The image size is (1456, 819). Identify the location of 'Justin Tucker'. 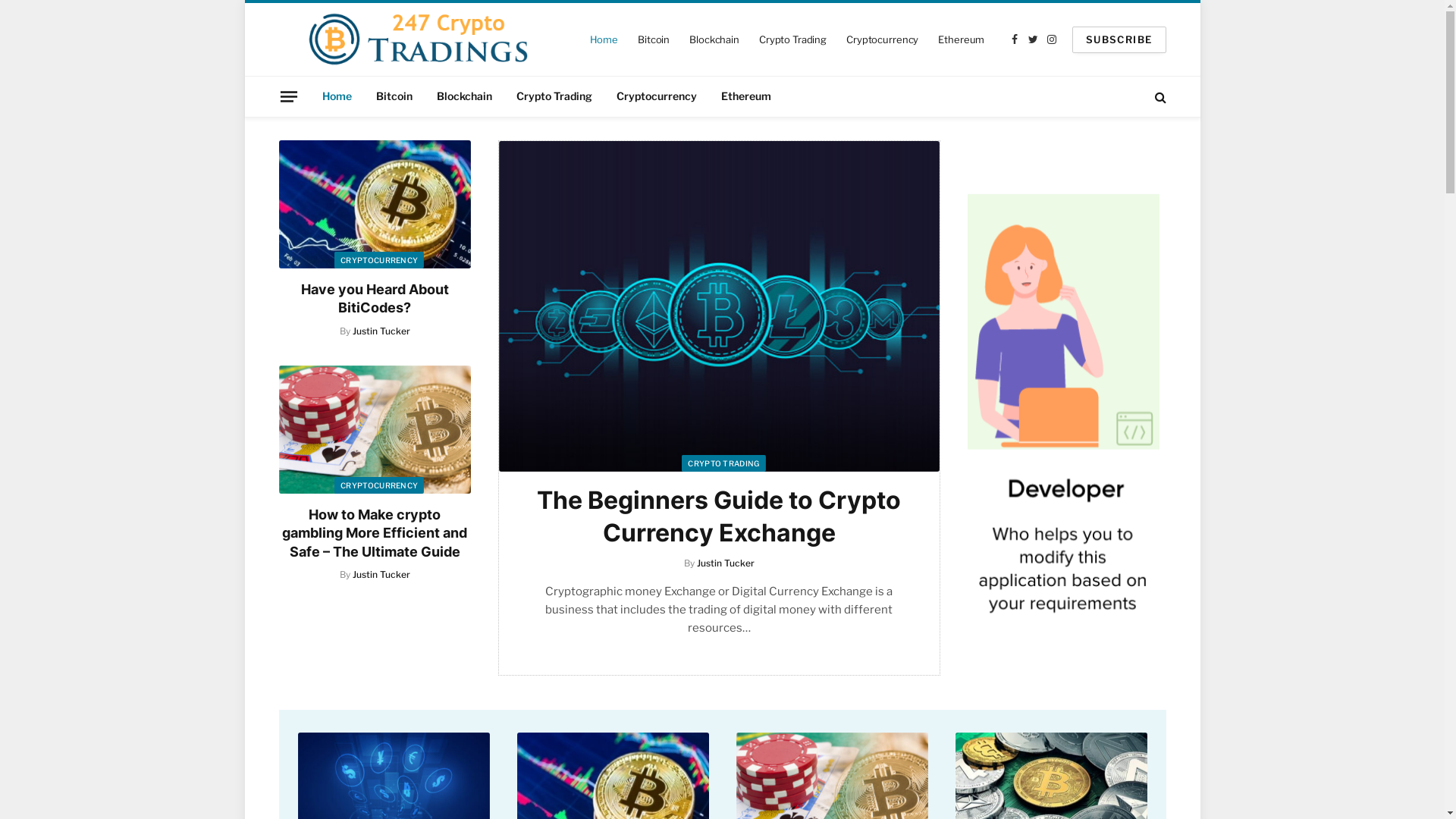
(381, 330).